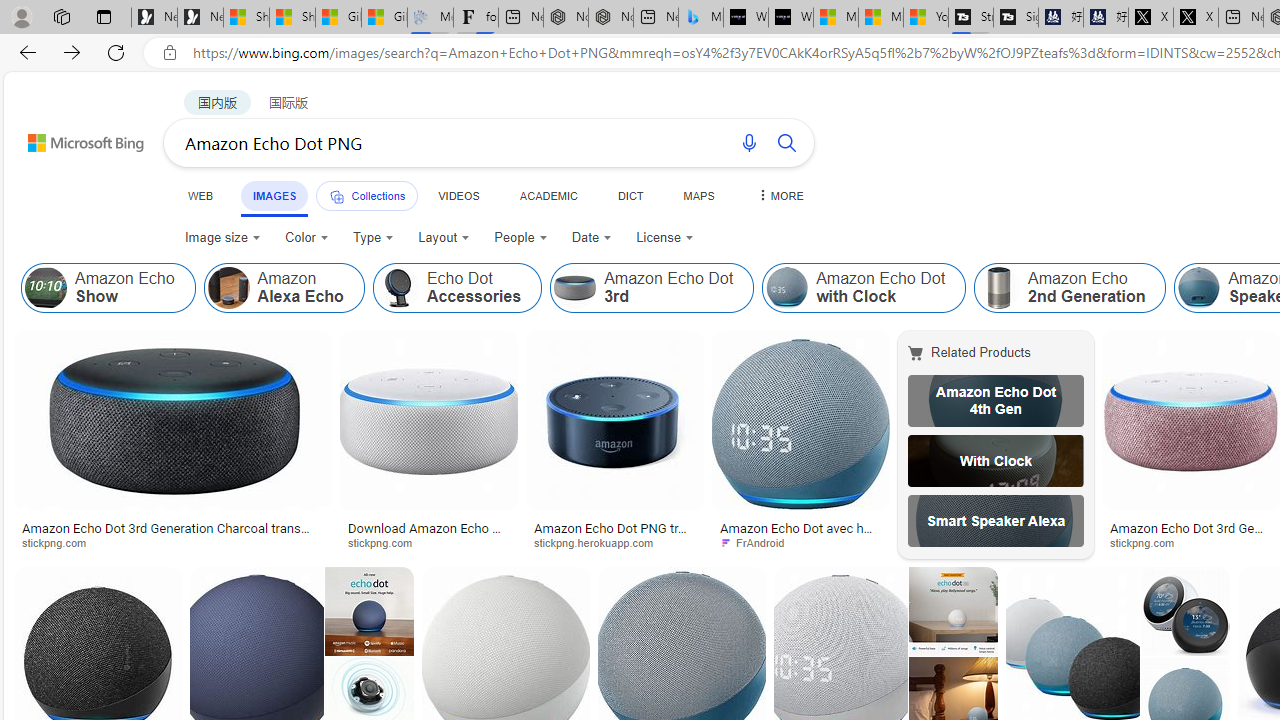 The image size is (1280, 720). What do you see at coordinates (995, 460) in the screenshot?
I see `'With Clock'` at bounding box center [995, 460].